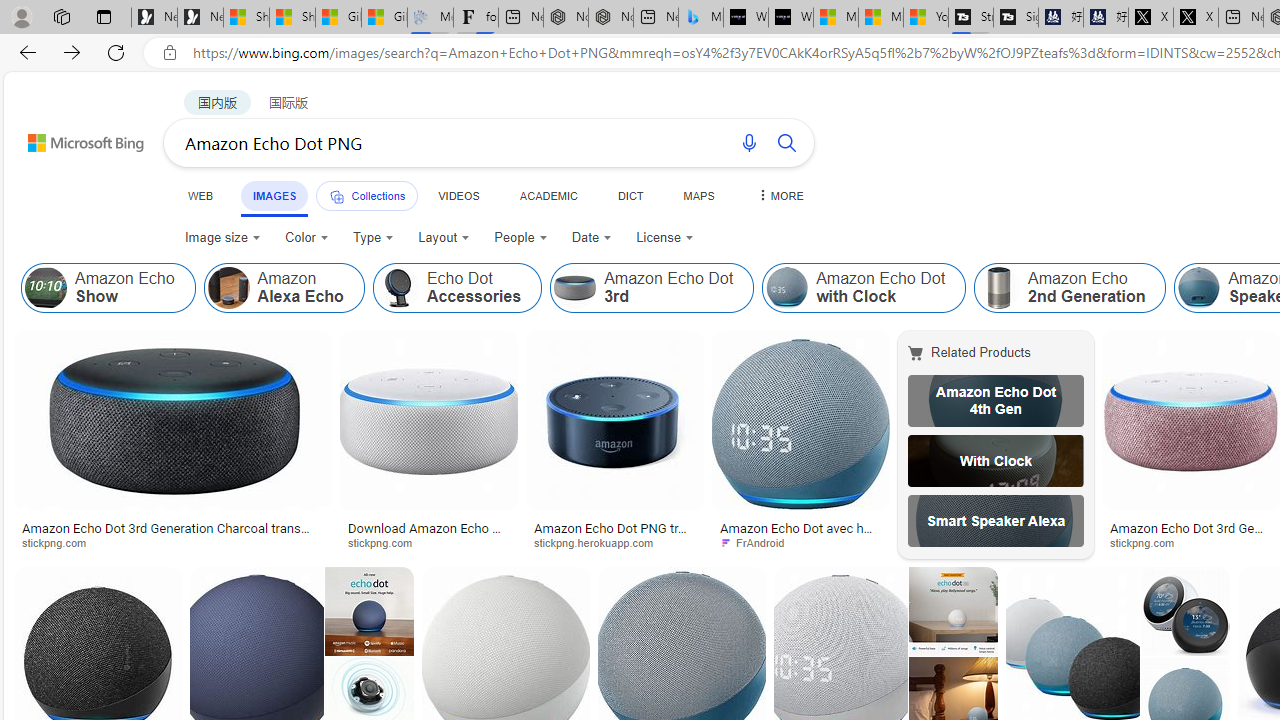 The image size is (1280, 720). What do you see at coordinates (995, 460) in the screenshot?
I see `'With Clock'` at bounding box center [995, 460].